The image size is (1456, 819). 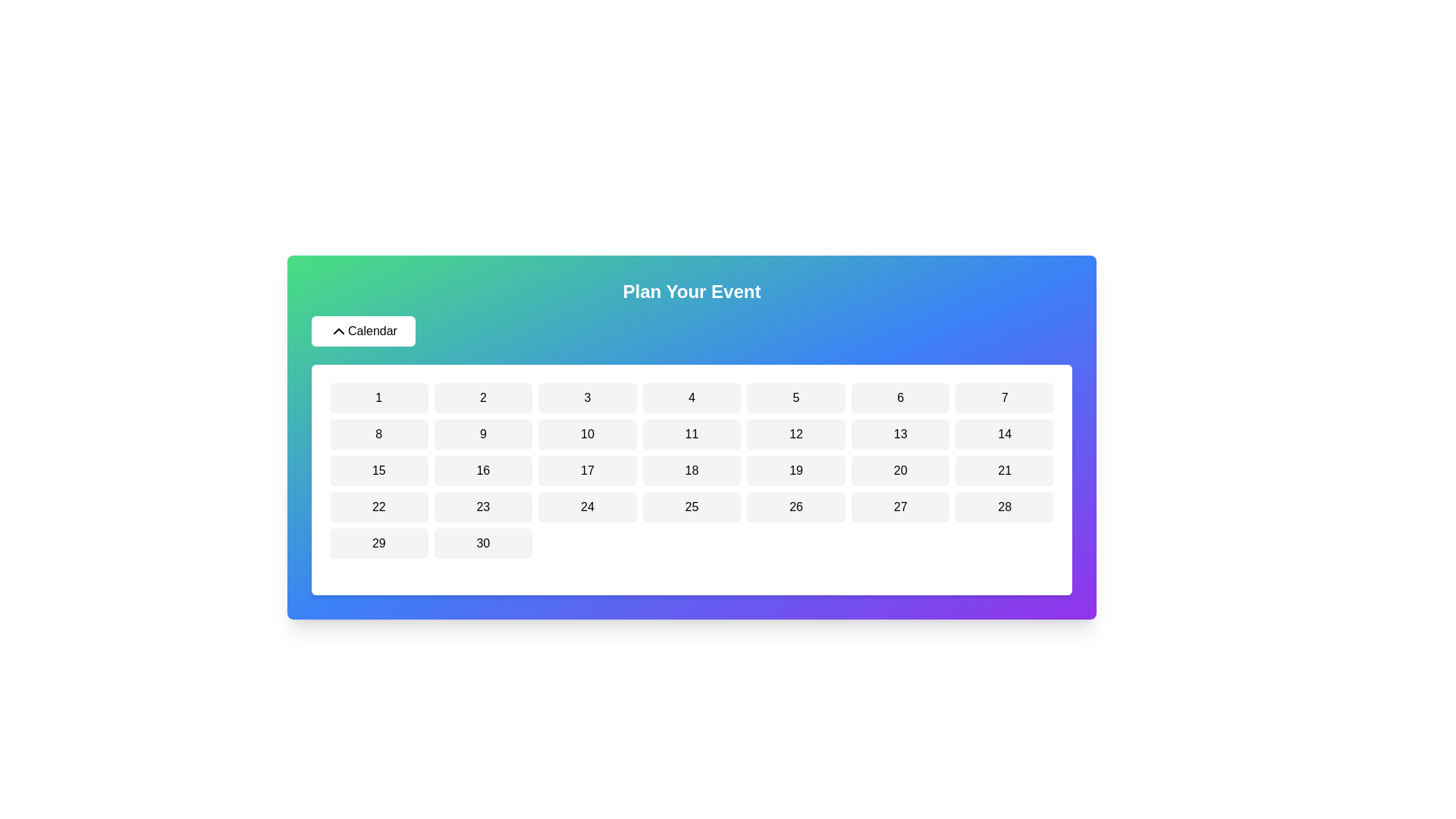 What do you see at coordinates (378, 435) in the screenshot?
I see `the rectangular button displaying the number '8' with a light gray background and rounded corners to change its style` at bounding box center [378, 435].